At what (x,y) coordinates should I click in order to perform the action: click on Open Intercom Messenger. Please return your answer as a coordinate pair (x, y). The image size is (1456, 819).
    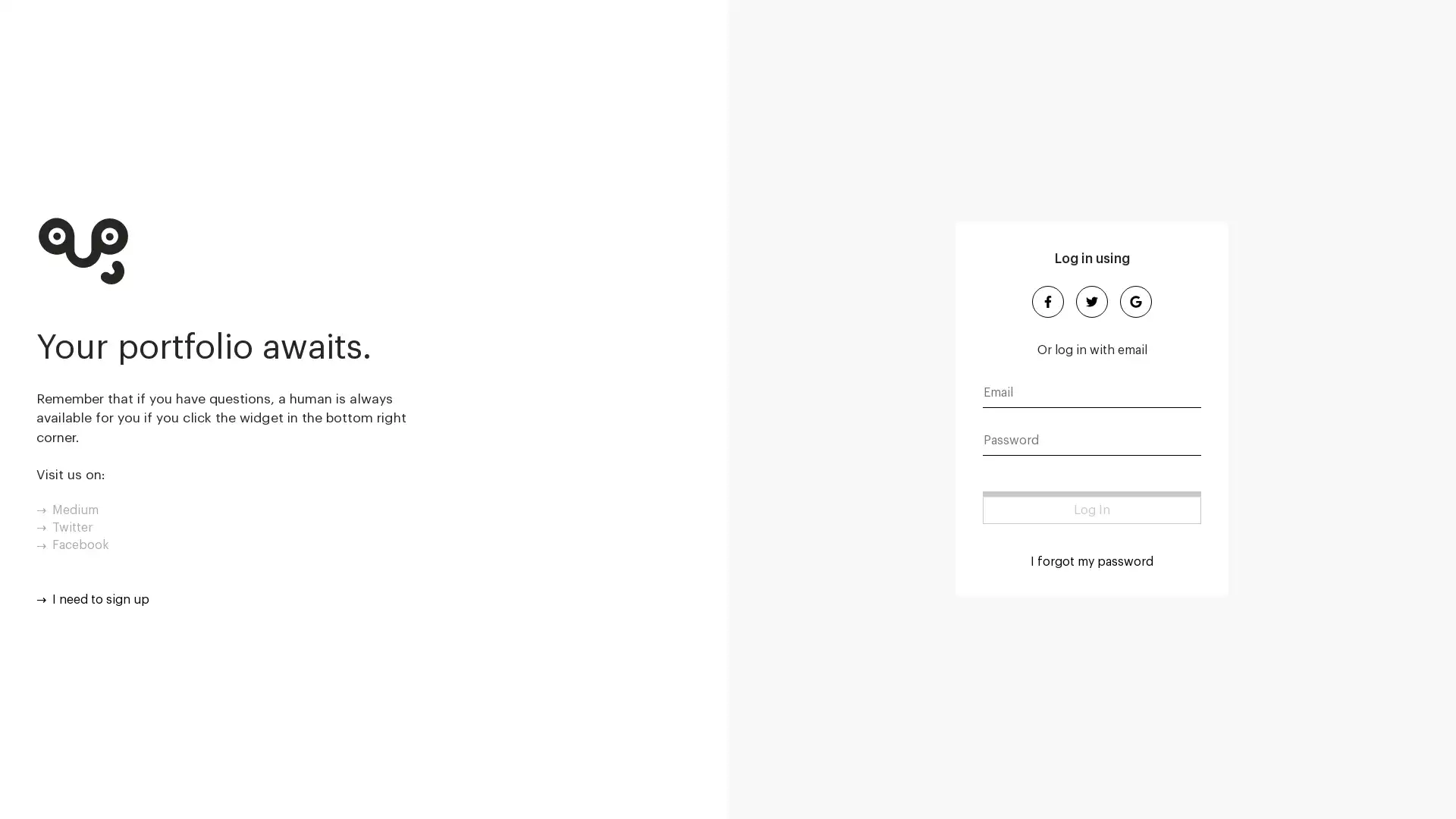
    Looking at the image, I should click on (1417, 780).